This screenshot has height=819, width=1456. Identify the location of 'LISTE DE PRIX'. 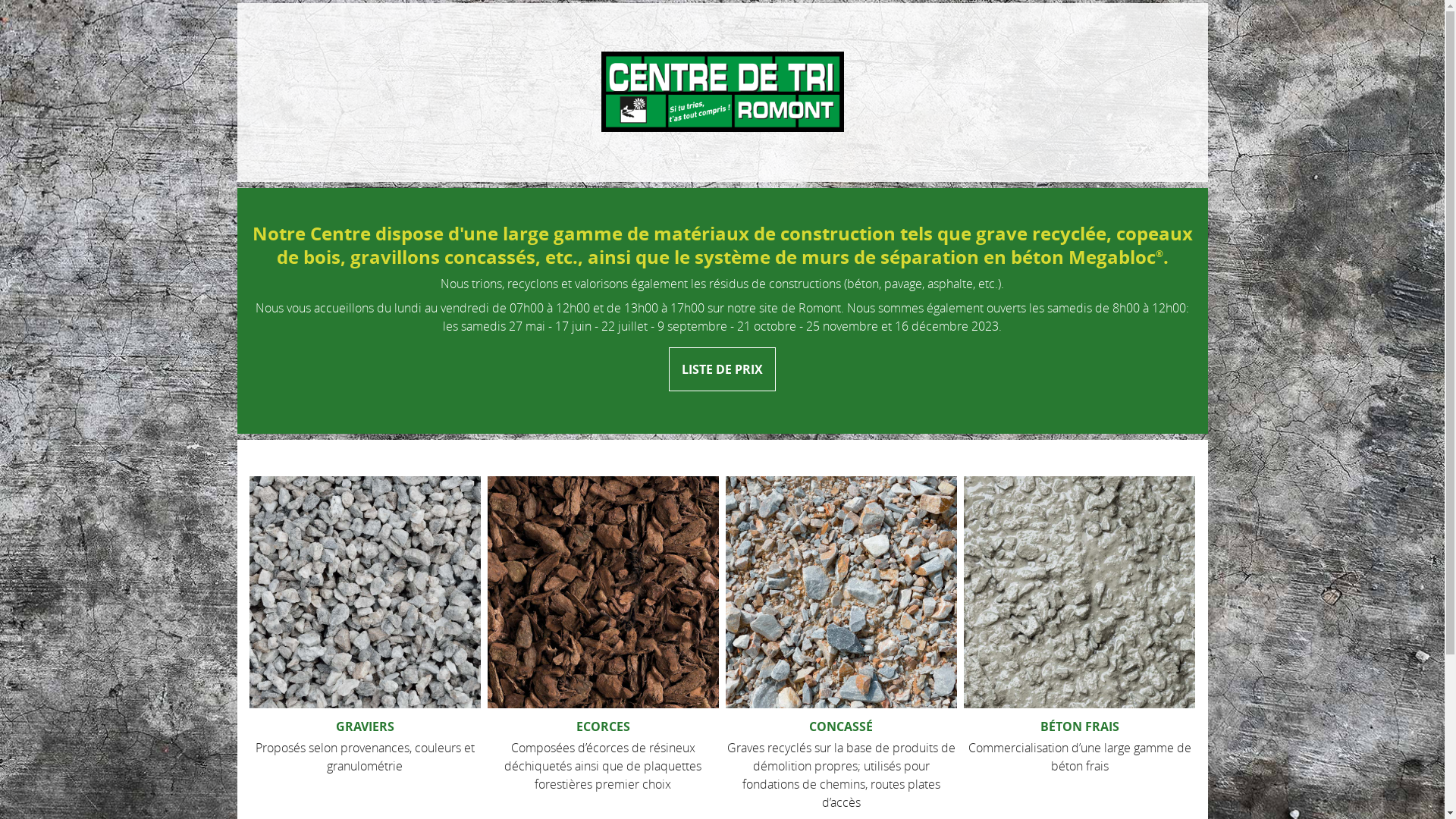
(721, 369).